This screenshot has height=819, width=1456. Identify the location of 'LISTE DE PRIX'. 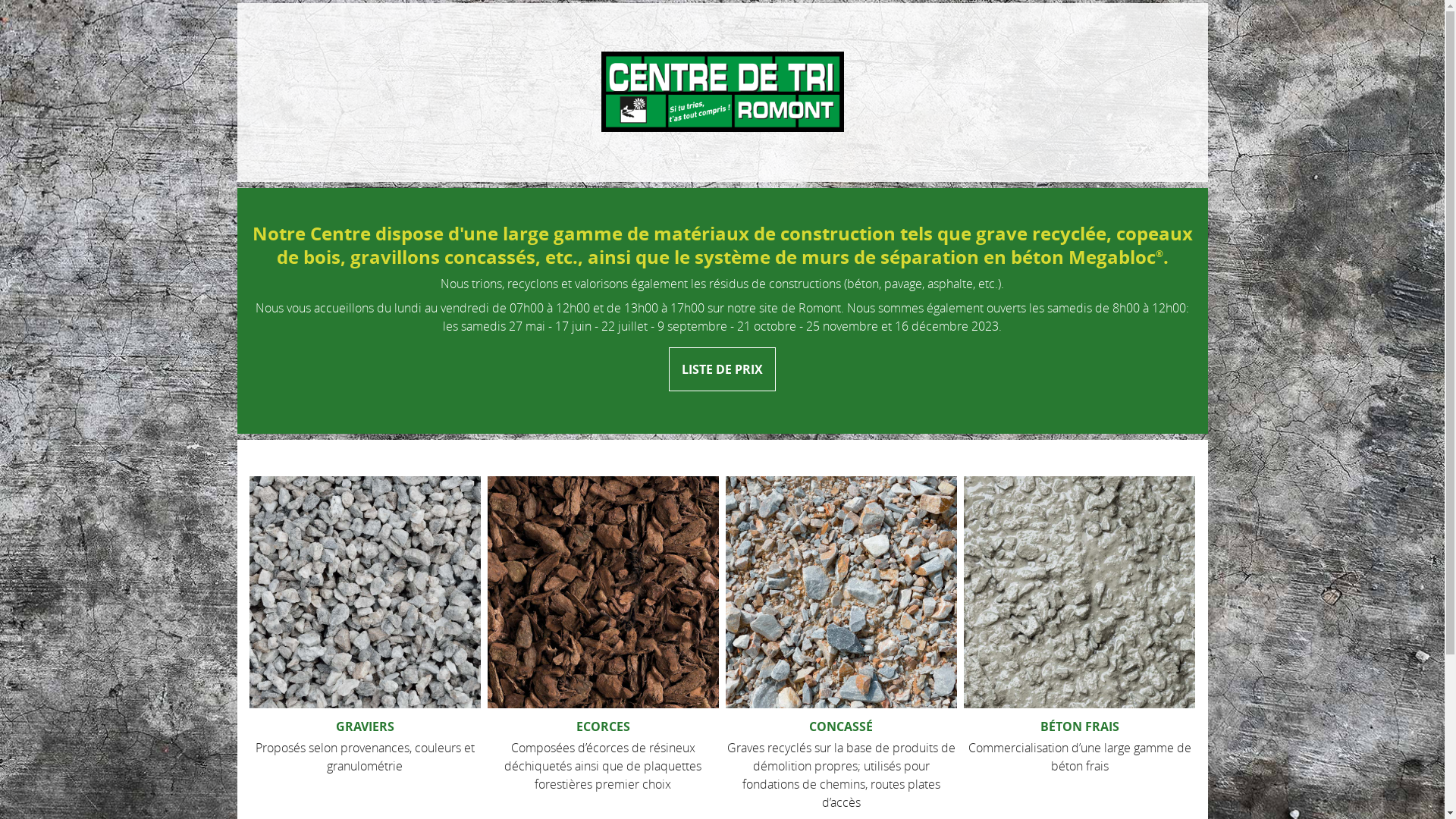
(721, 369).